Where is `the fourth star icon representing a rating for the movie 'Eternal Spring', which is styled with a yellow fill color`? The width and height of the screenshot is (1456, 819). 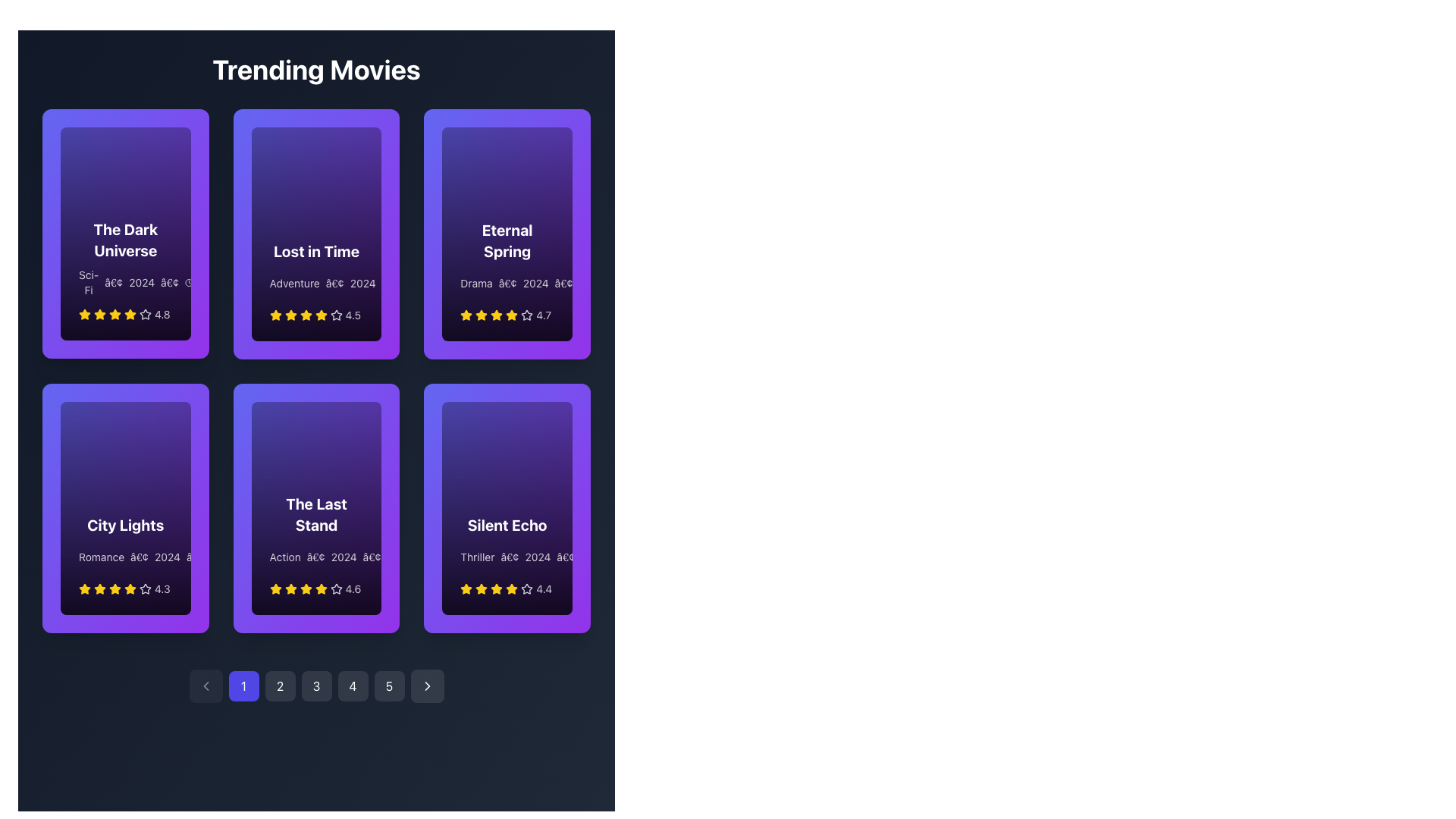 the fourth star icon representing a rating for the movie 'Eternal Spring', which is styled with a yellow fill color is located at coordinates (512, 314).